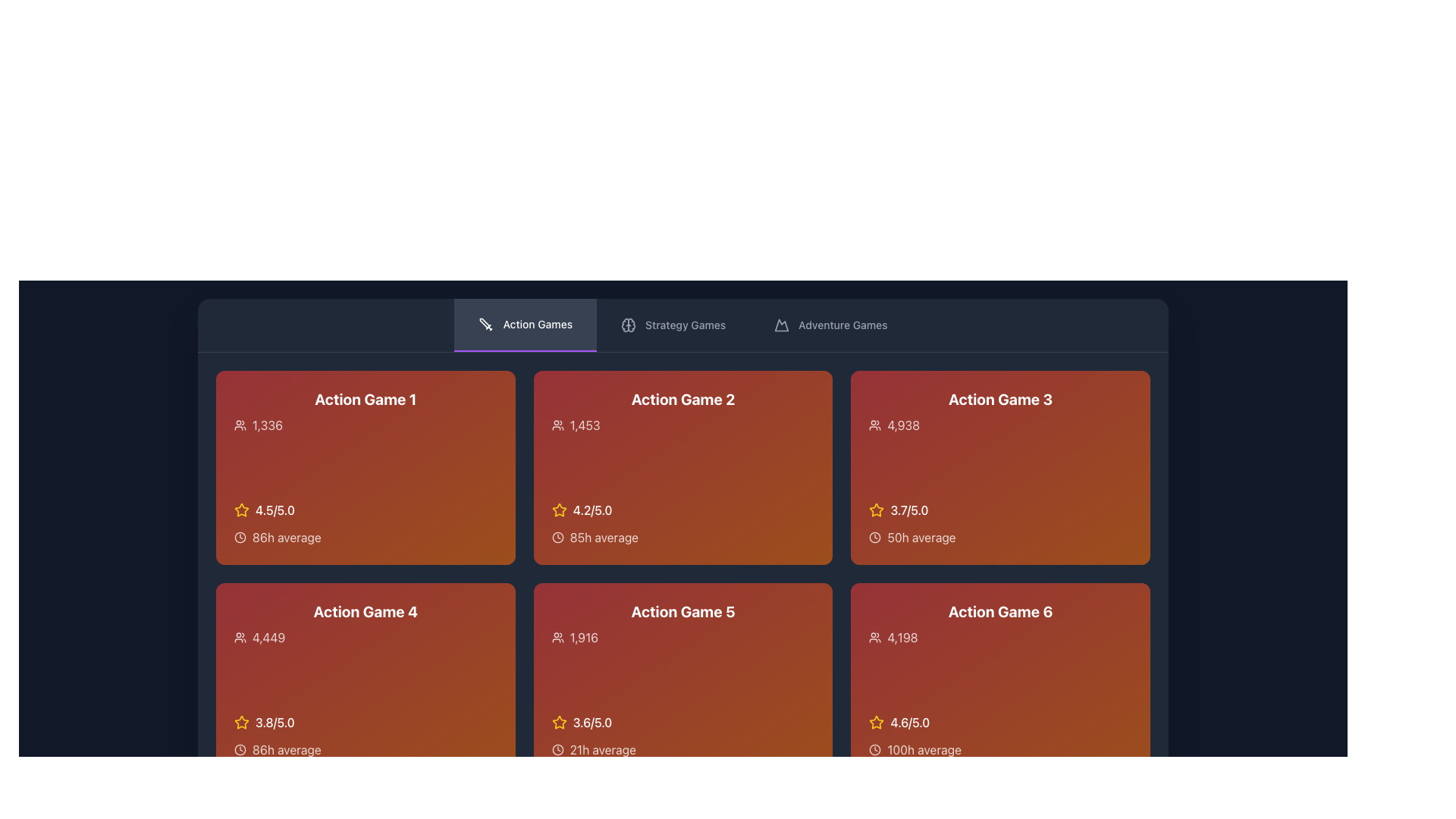 The height and width of the screenshot is (819, 1456). Describe the element at coordinates (875, 748) in the screenshot. I see `outline of the circular SVG graphic element representing the outer rim of the clock icon, located in the bottom-right section of the interface` at that location.